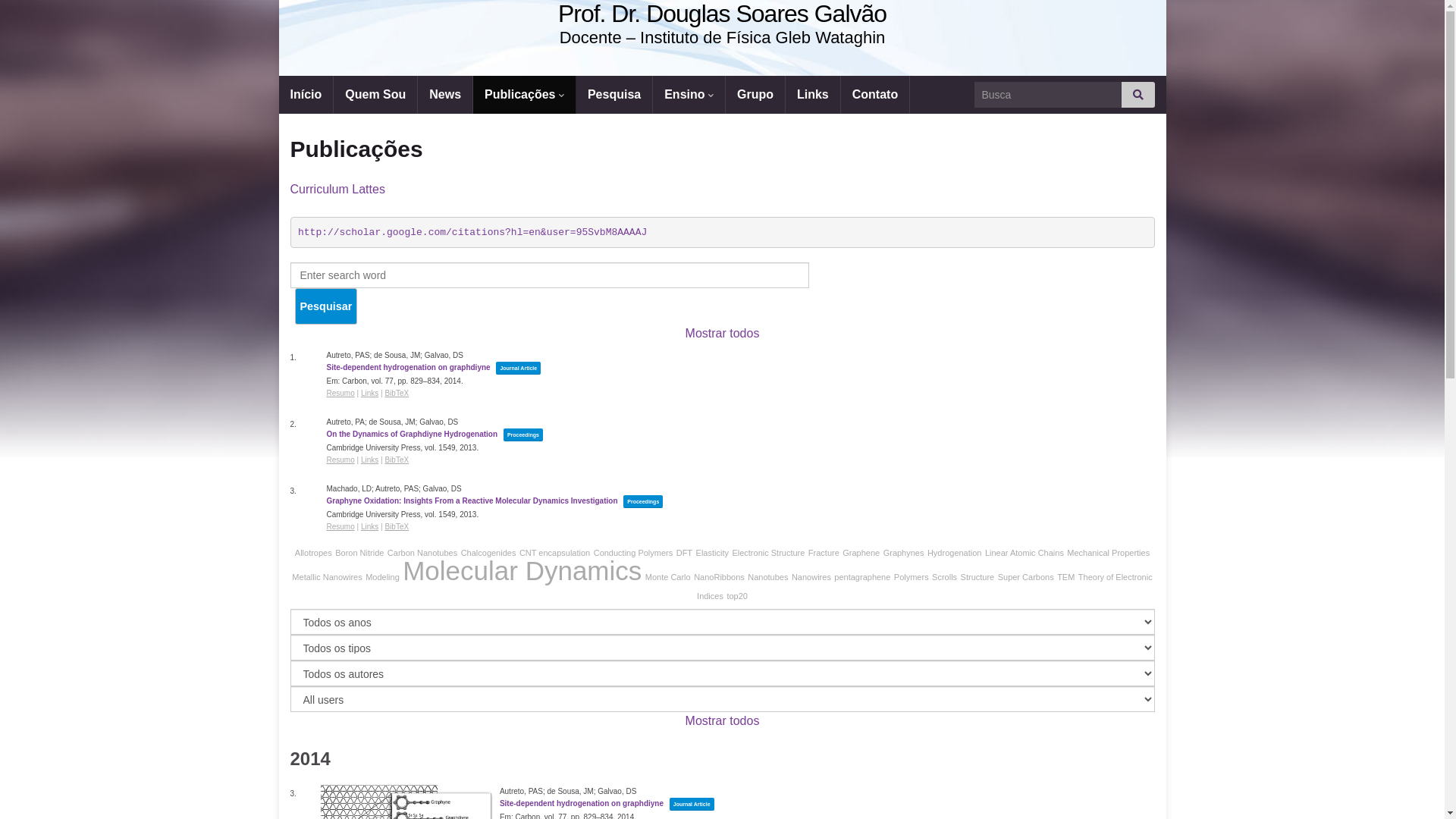  I want to click on 'Conducting Polymers', so click(633, 553).